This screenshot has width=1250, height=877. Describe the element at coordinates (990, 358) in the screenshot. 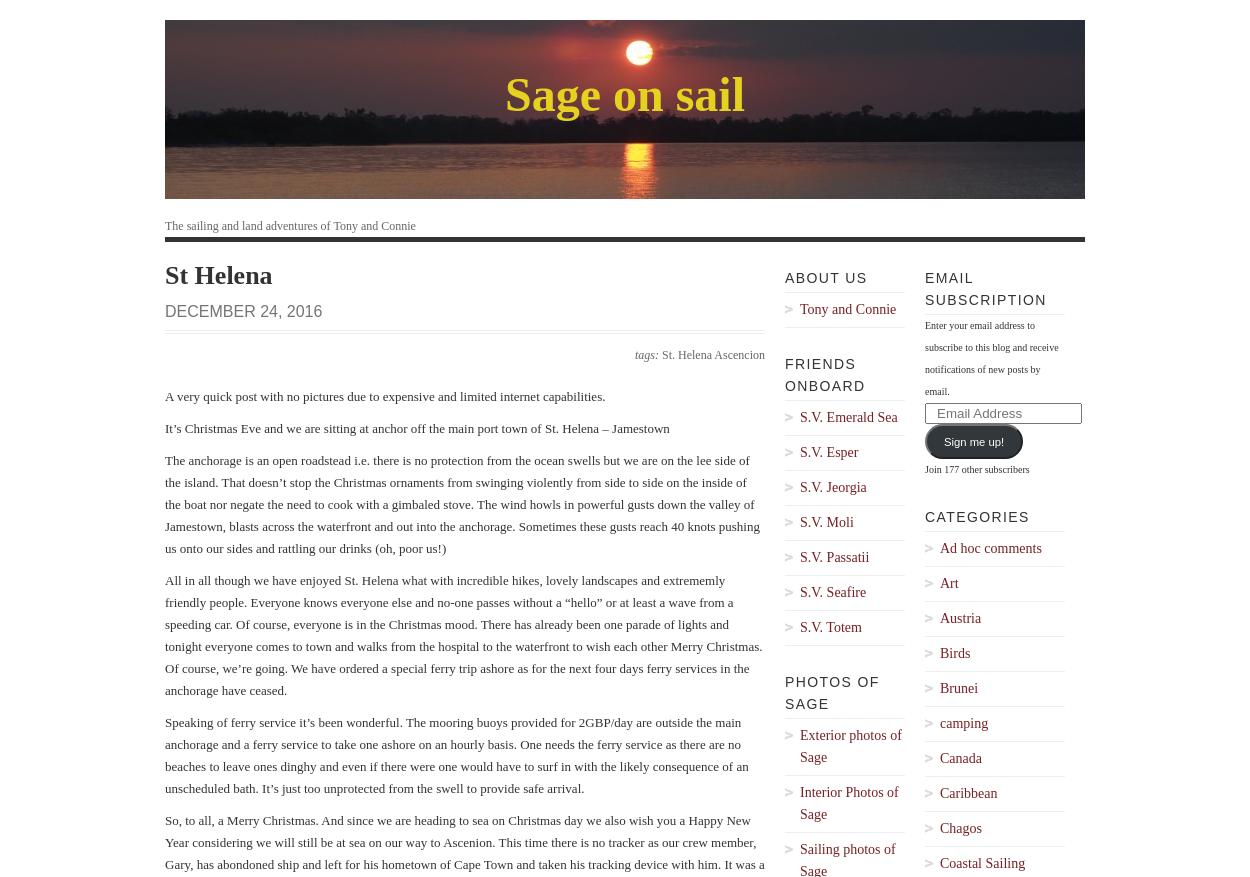

I see `'Enter your email address to subscribe to this blog and receive notifications of new posts by email.'` at that location.